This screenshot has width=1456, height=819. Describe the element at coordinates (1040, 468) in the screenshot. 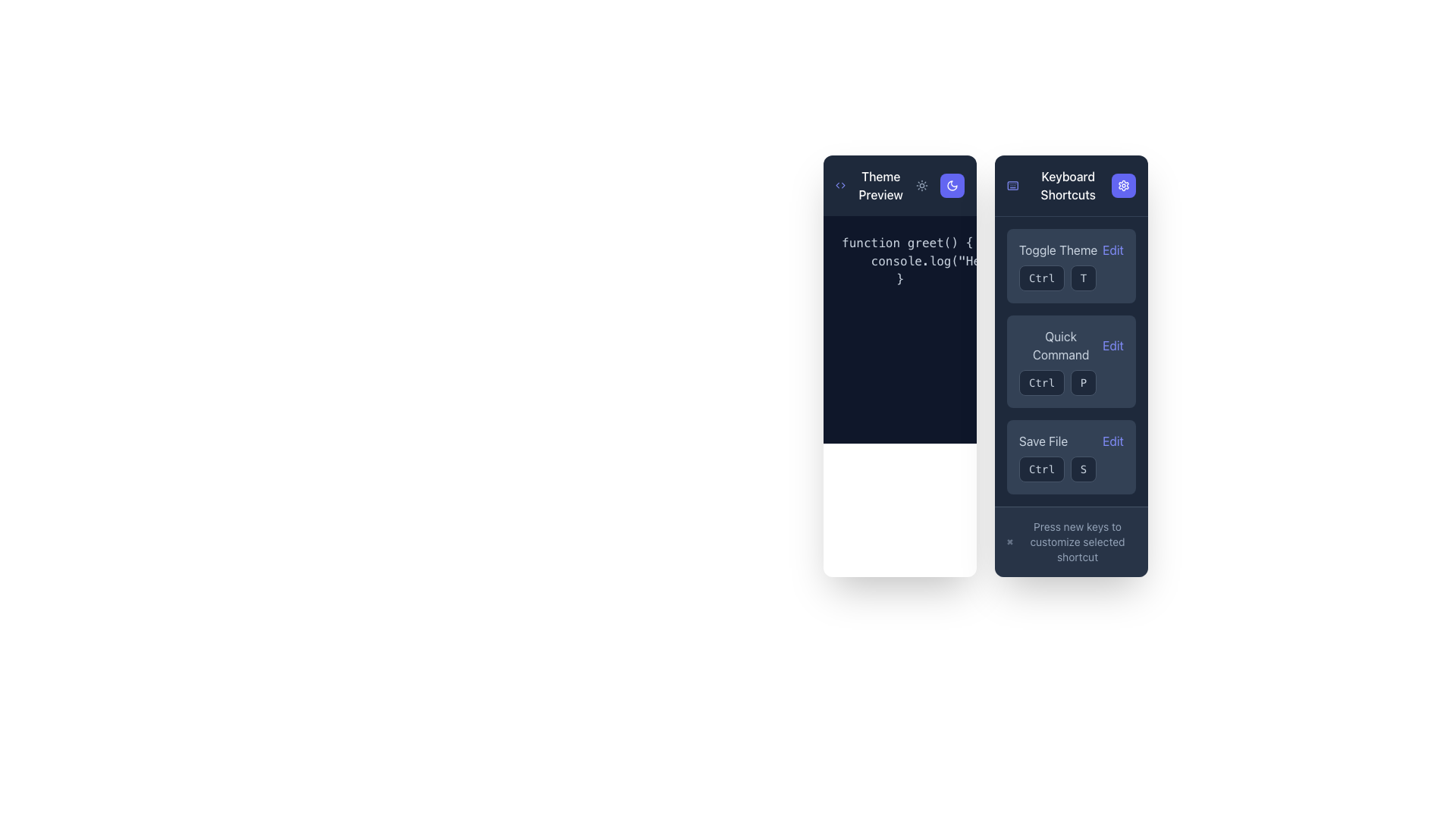

I see `the small rectangular button labeled 'Ctrl' with a dark slate blue background located in the 'Keyboard Shortcuts' section under 'Save File'` at that location.